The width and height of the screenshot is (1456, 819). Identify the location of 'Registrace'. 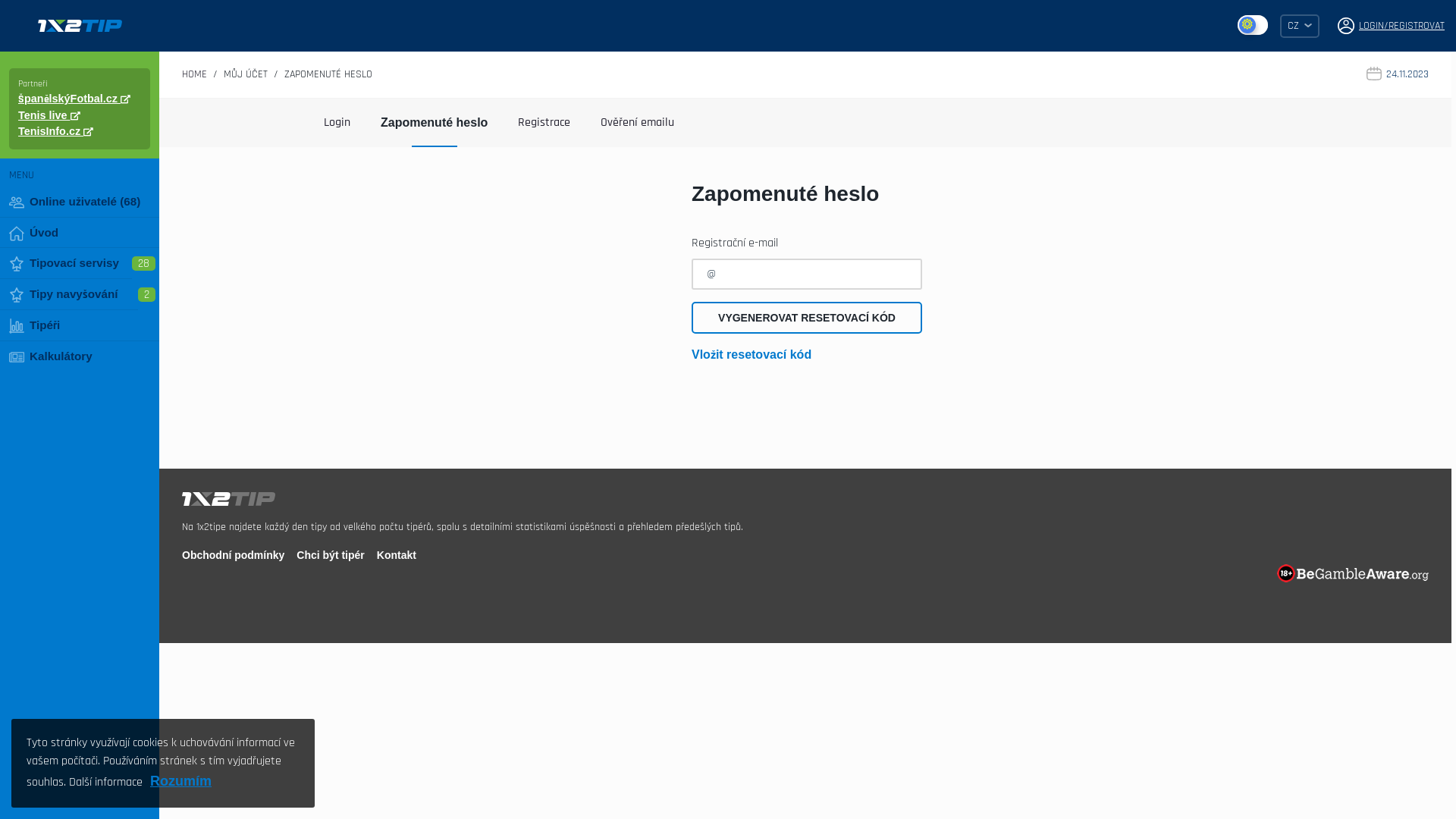
(544, 121).